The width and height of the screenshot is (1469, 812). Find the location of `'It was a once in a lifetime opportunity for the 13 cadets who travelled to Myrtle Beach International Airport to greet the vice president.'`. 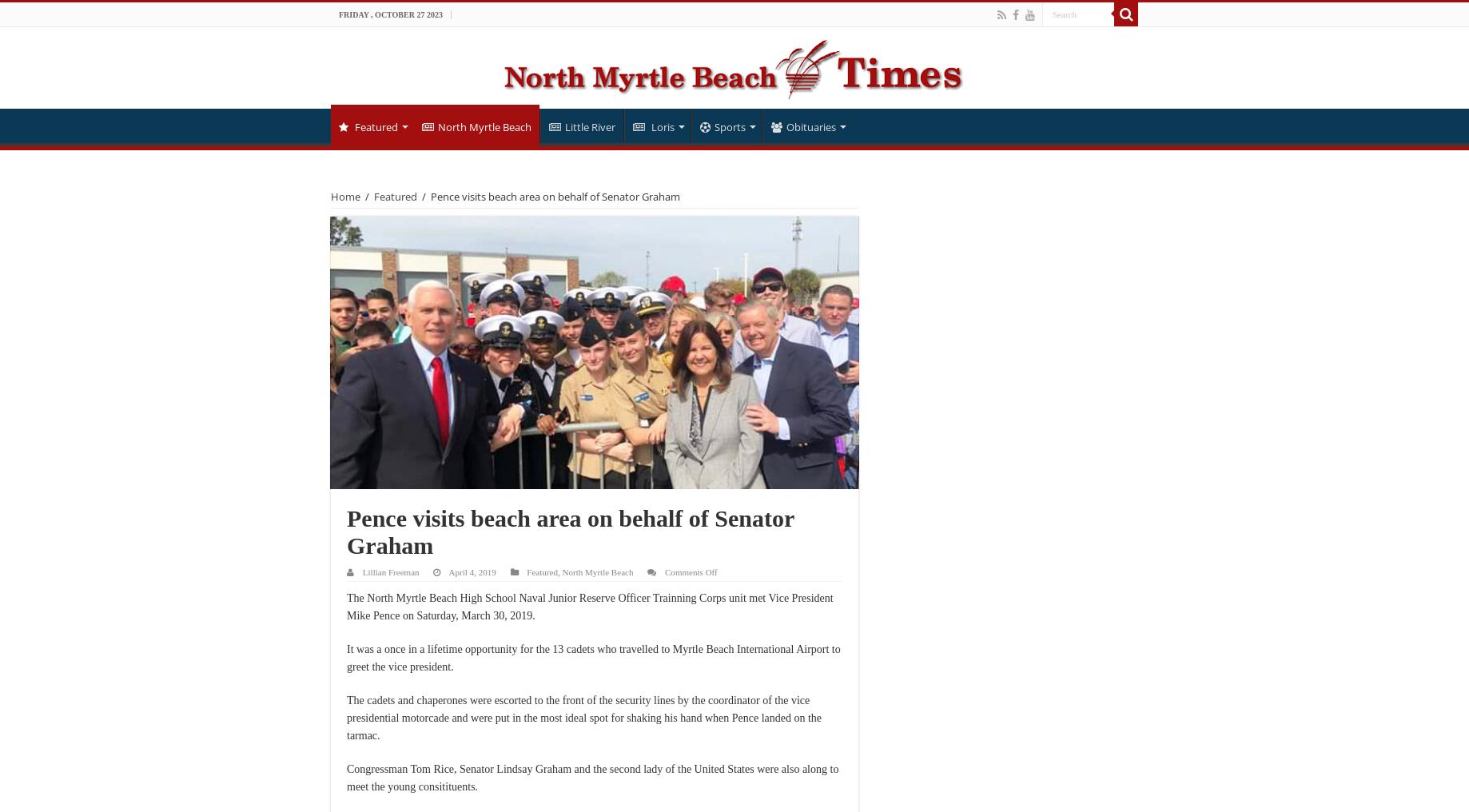

'It was a once in a lifetime opportunity for the 13 cadets who travelled to Myrtle Beach International Airport to greet the vice president.' is located at coordinates (593, 656).